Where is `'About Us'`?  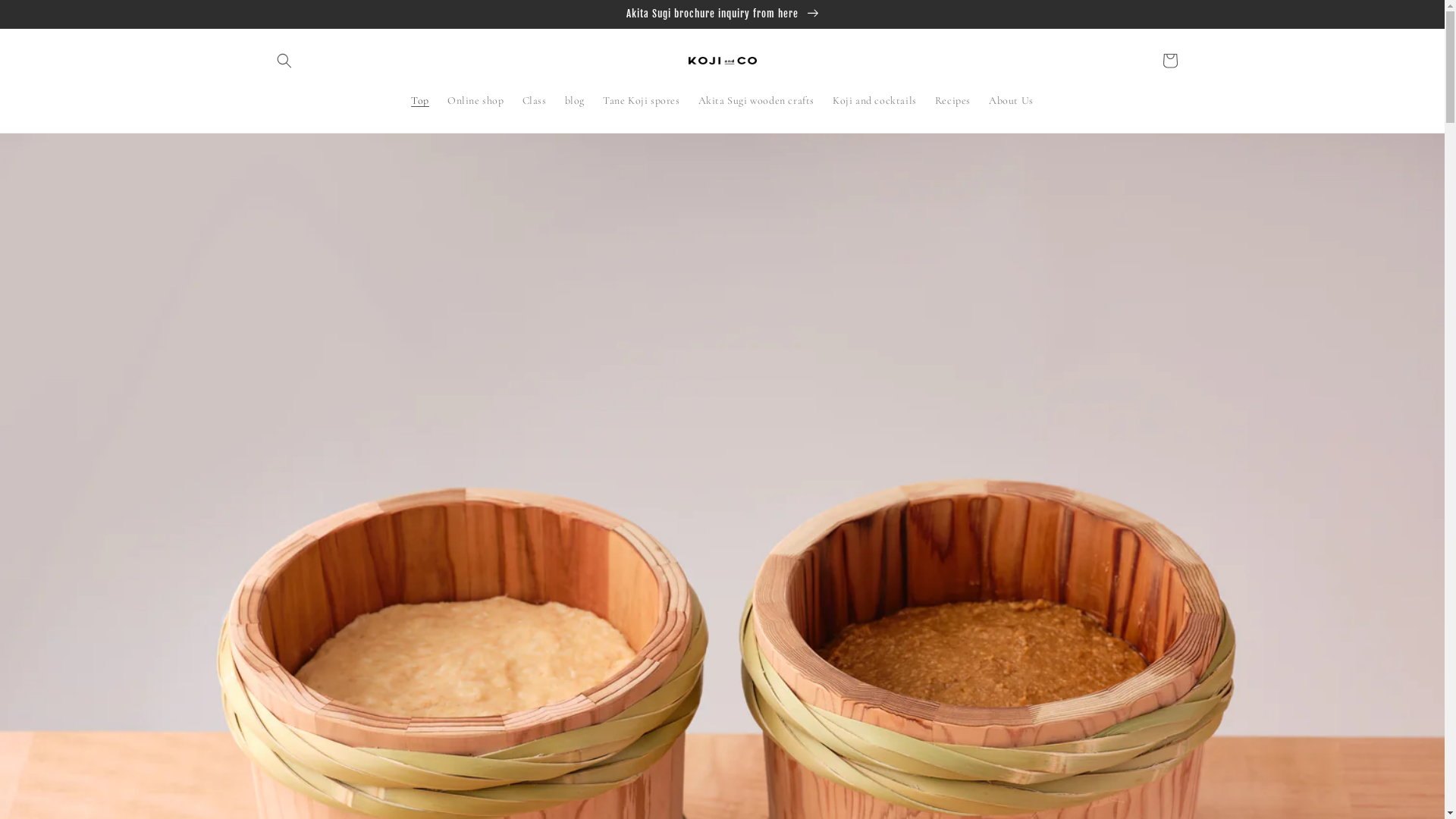 'About Us' is located at coordinates (1011, 100).